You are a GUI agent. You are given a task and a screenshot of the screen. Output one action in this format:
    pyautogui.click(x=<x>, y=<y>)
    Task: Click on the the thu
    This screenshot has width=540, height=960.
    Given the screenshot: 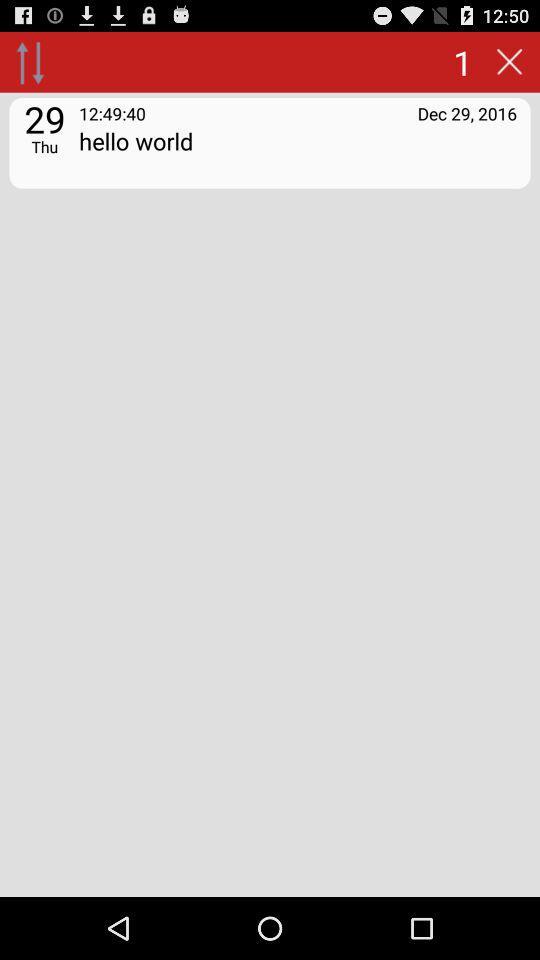 What is the action you would take?
    pyautogui.click(x=44, y=145)
    